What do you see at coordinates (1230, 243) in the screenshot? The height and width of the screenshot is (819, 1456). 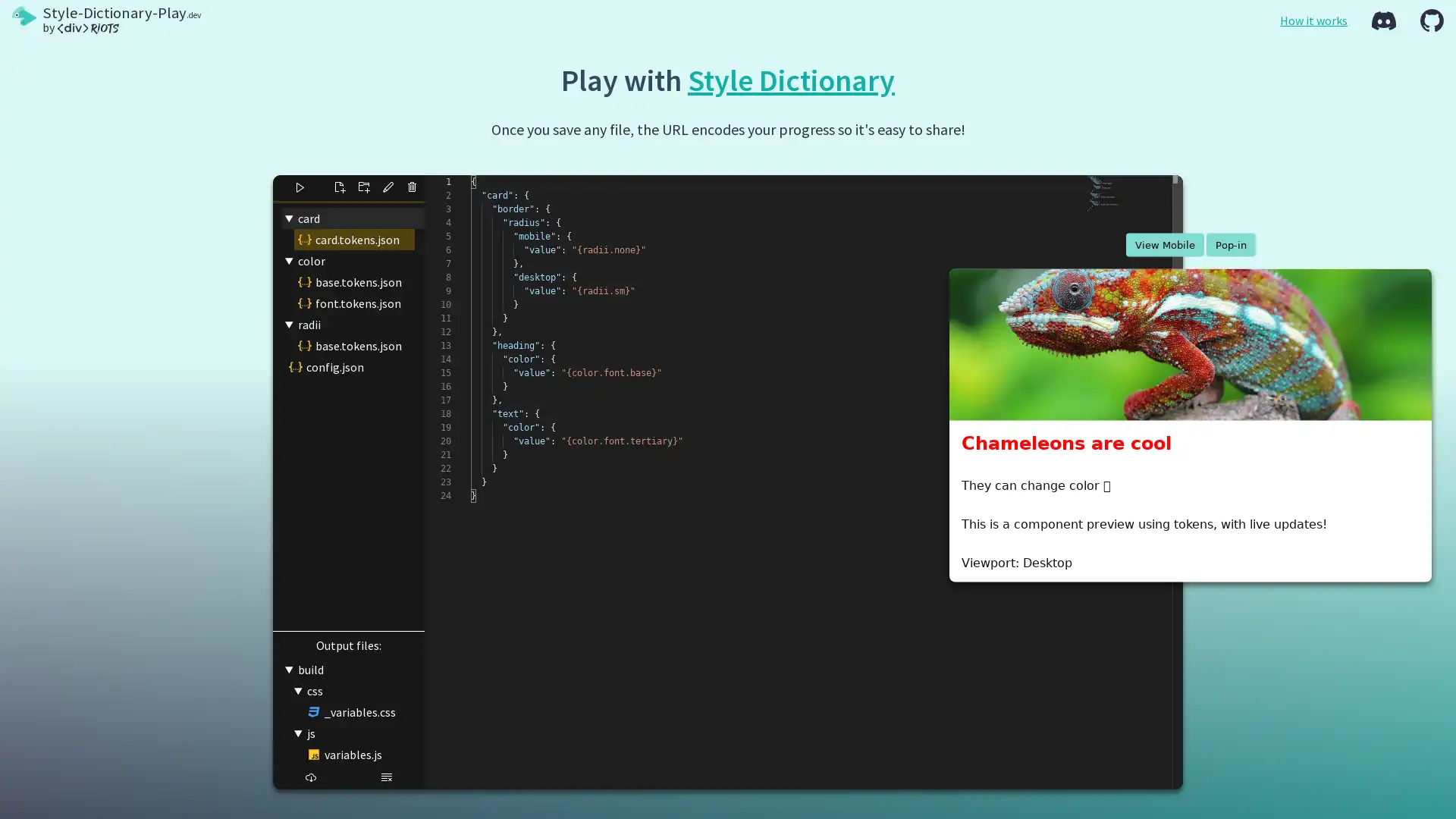 I see `Pop-in` at bounding box center [1230, 243].